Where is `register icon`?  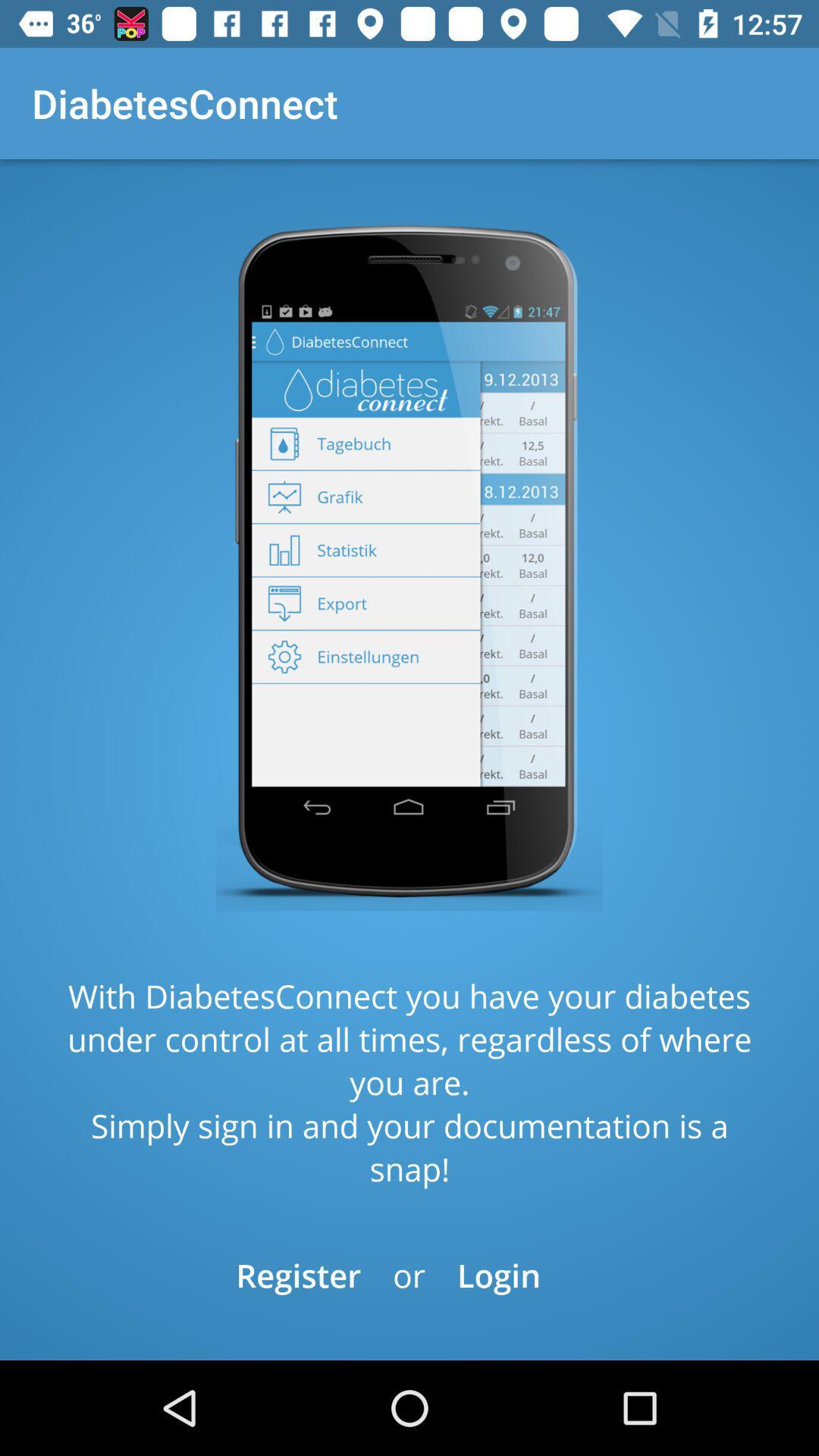
register icon is located at coordinates (298, 1274).